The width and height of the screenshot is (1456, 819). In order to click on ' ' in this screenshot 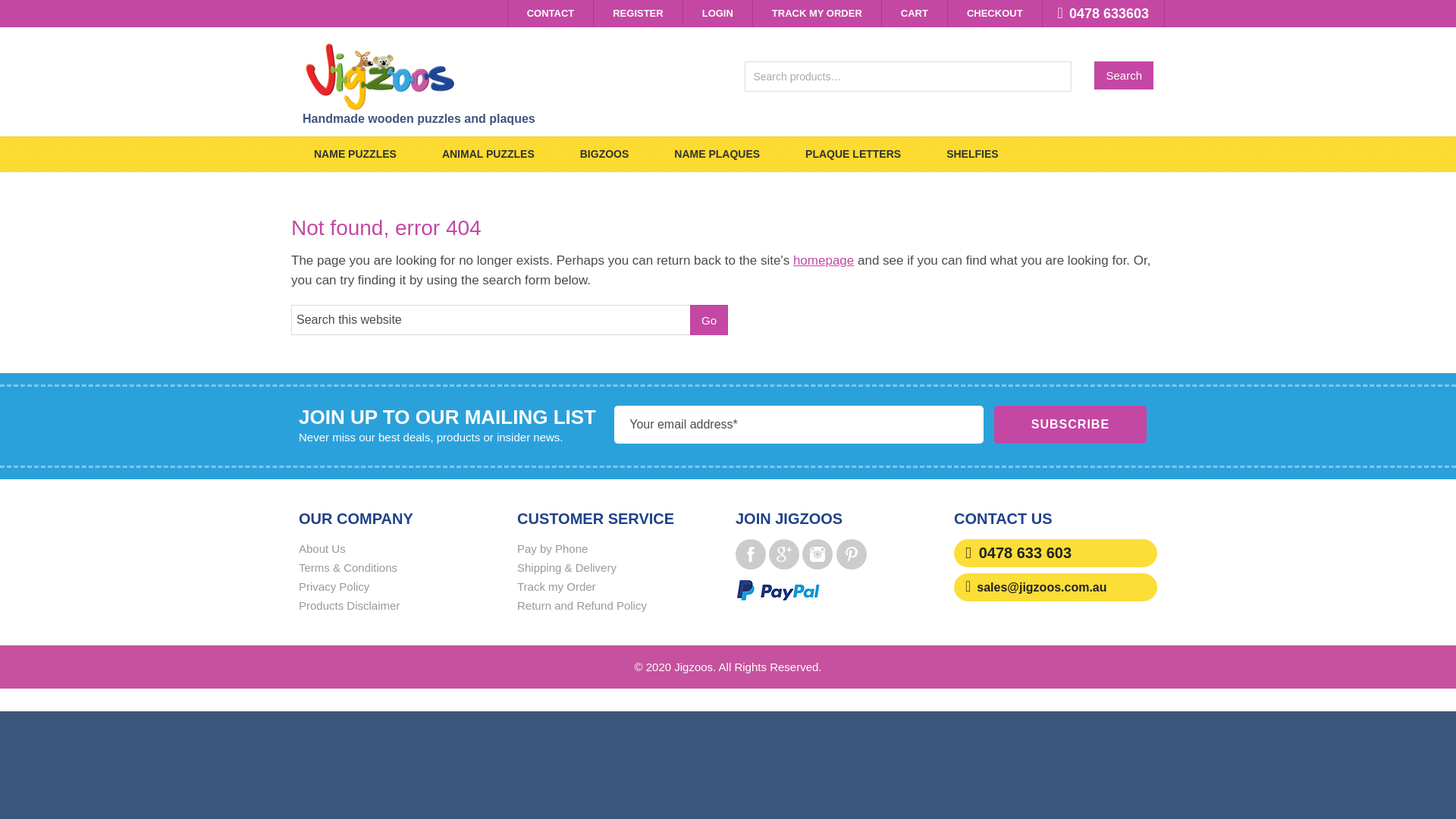, I will do `click(783, 554)`.